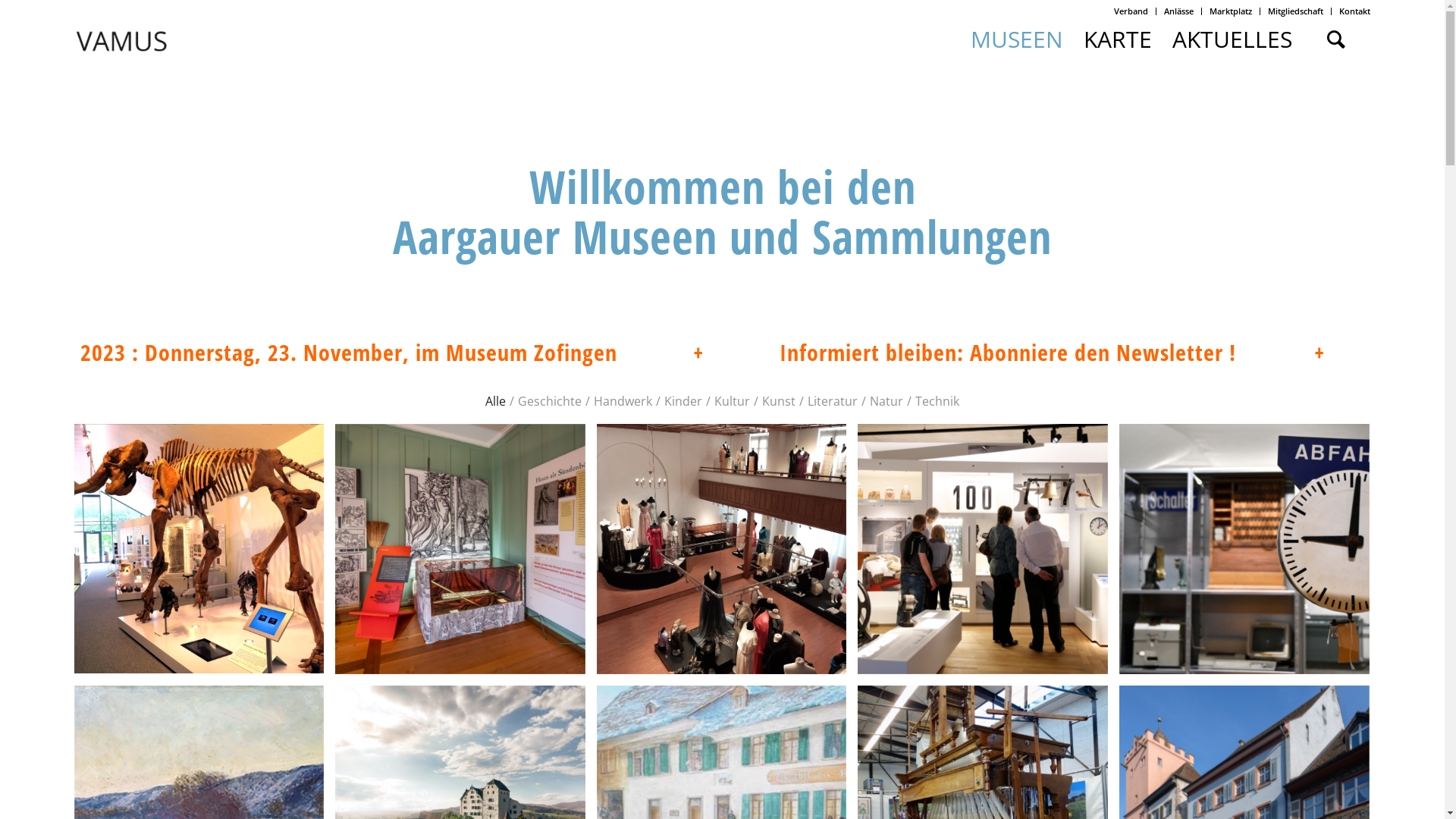  I want to click on 'Verband', so click(1131, 11).